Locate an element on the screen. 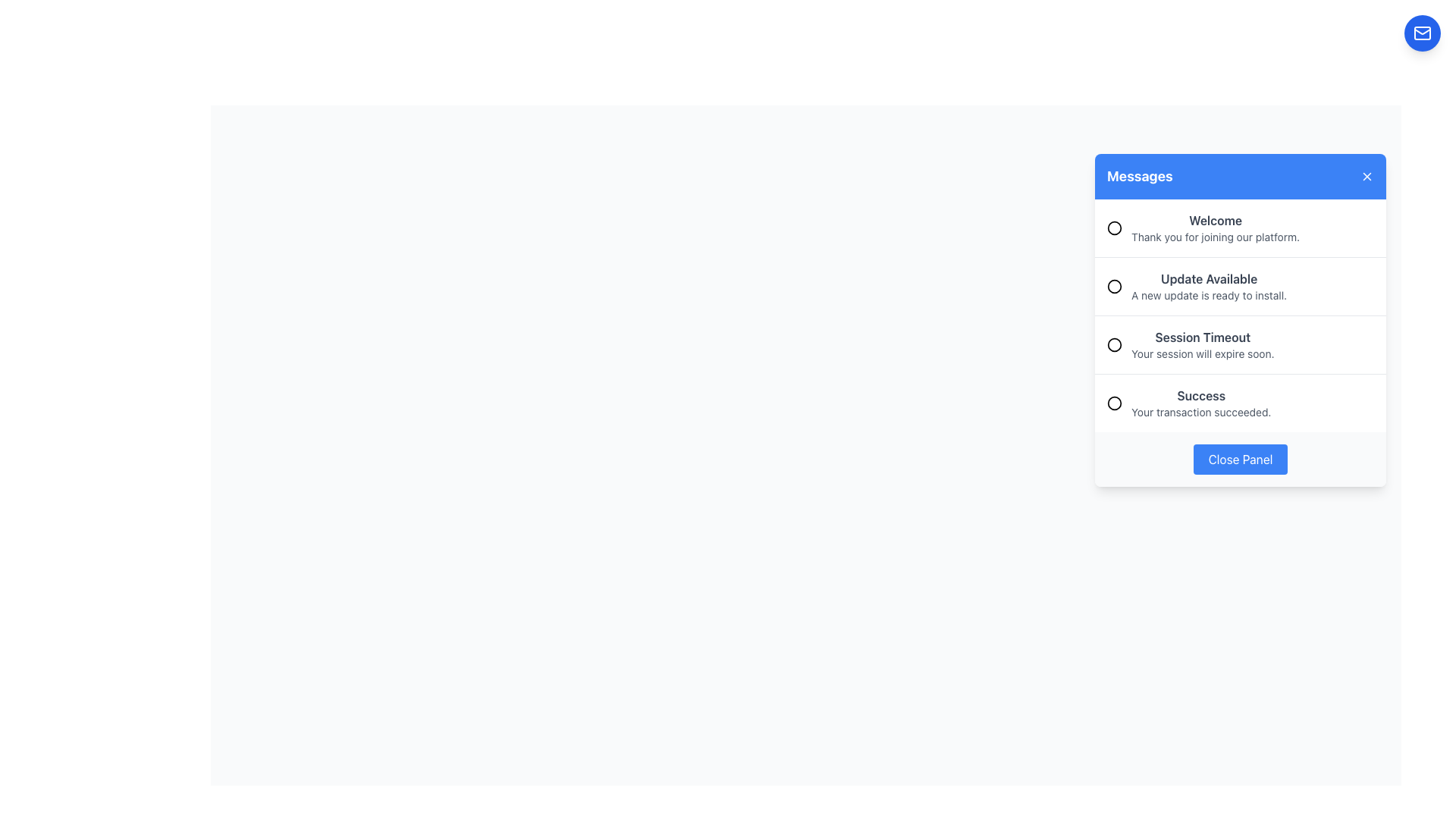  text block that contains the heading 'Update Available' and its description 'A new update is ready to install.' located in the second row of the list beneath 'Welcome' is located at coordinates (1208, 287).